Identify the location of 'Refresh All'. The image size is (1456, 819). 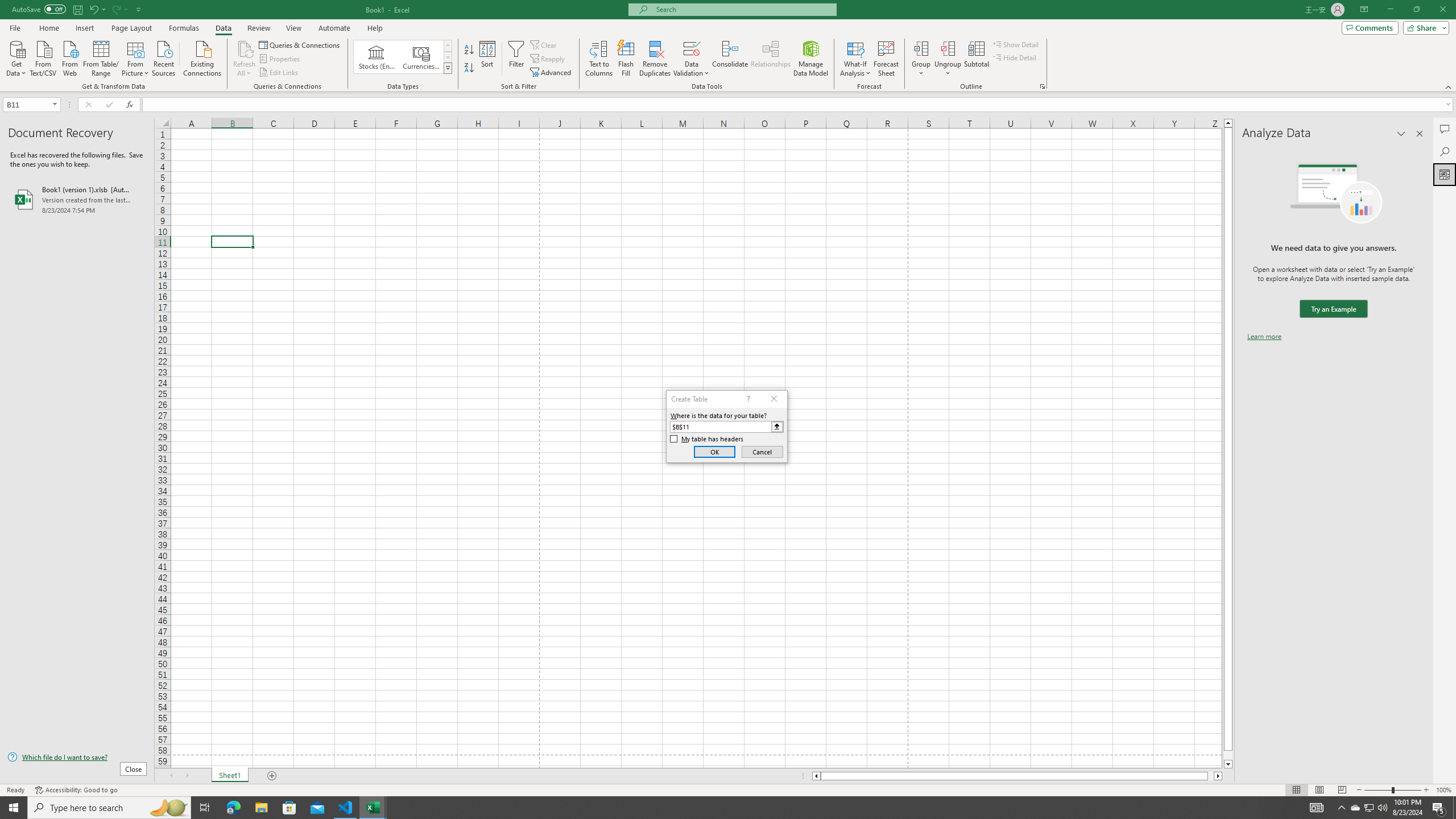
(244, 48).